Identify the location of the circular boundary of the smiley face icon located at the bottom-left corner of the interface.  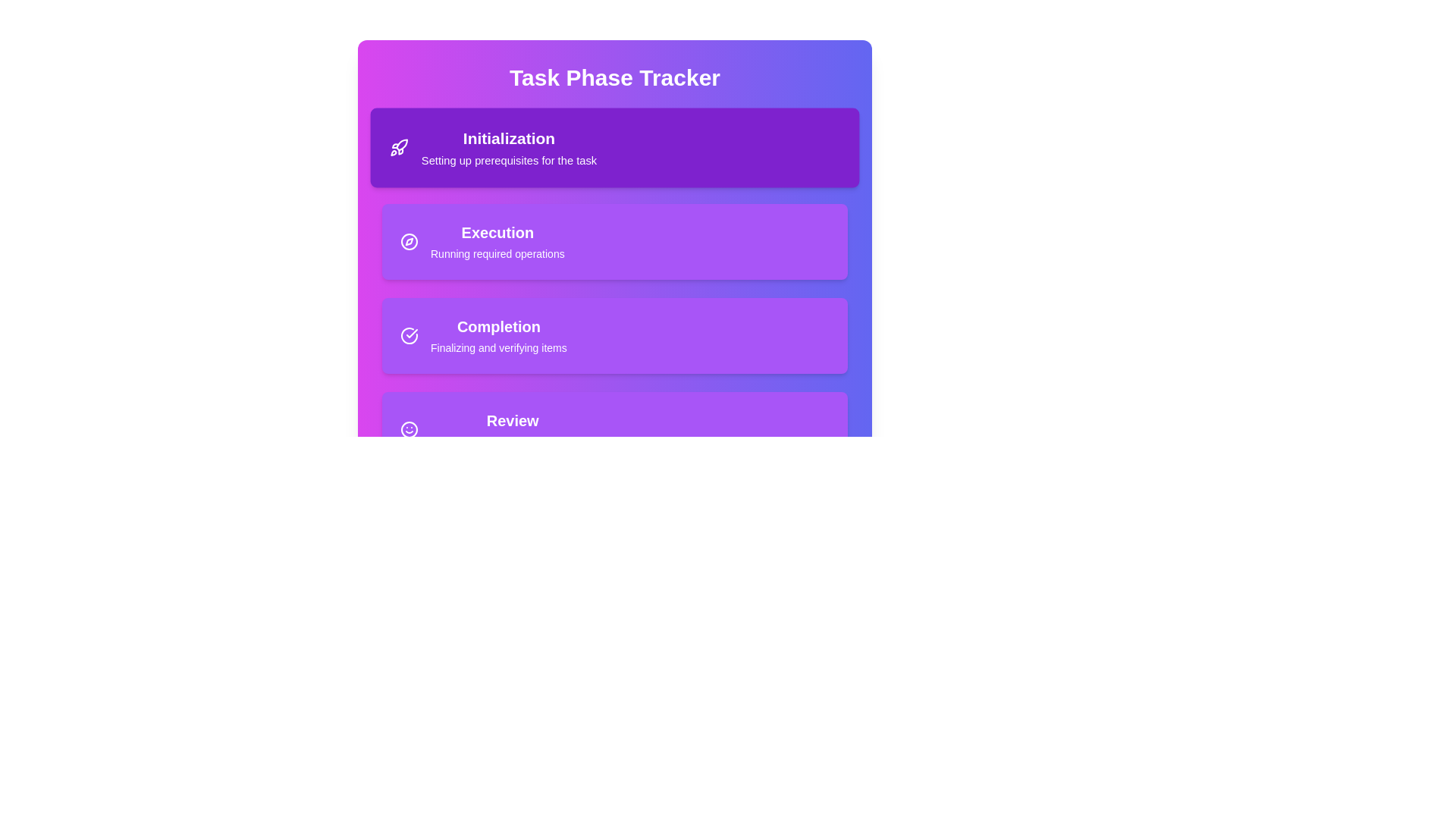
(409, 430).